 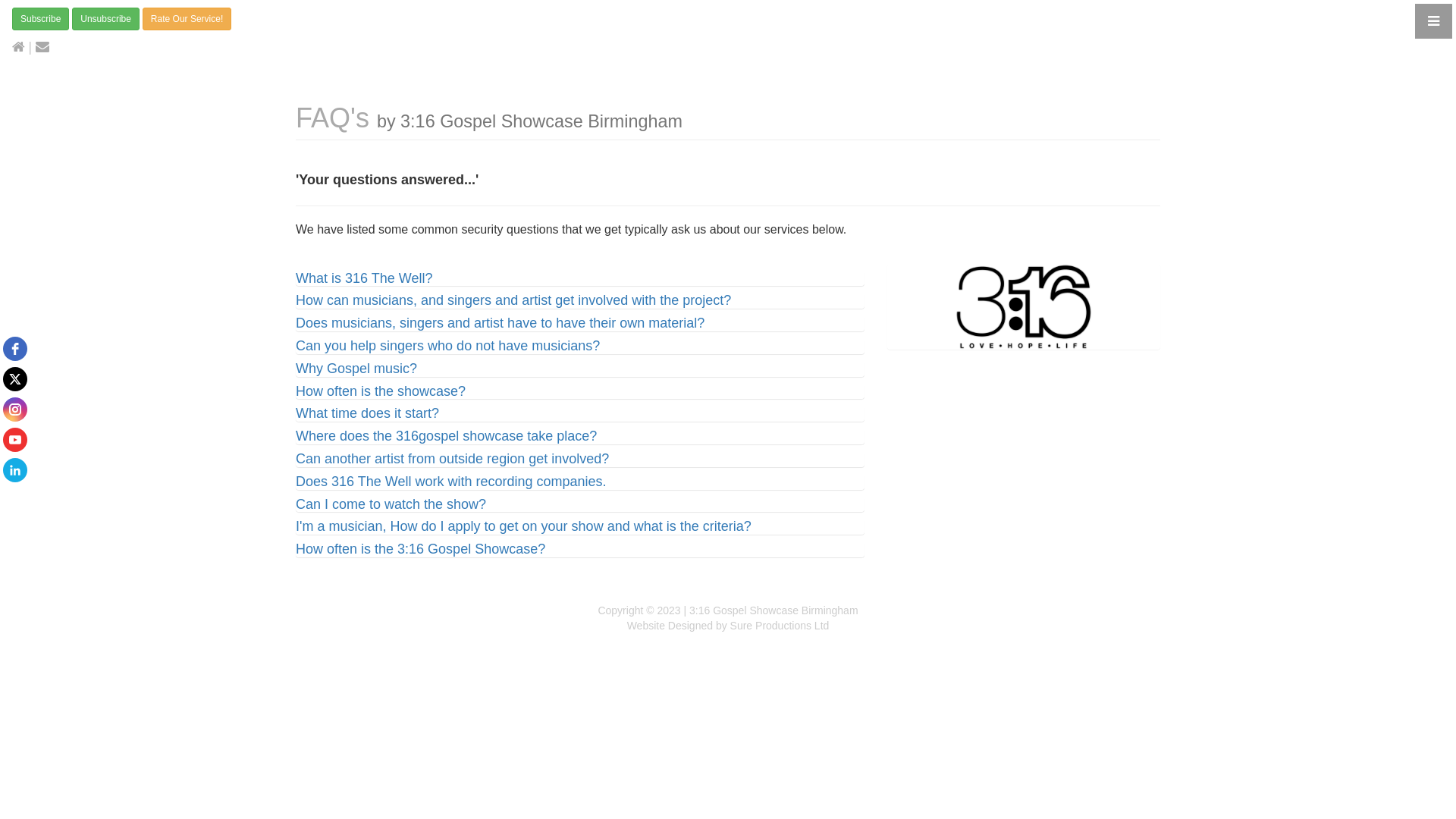 What do you see at coordinates (887, 307) in the screenshot?
I see `'About Us | 3:16 Gospel Showcase Birmingham'` at bounding box center [887, 307].